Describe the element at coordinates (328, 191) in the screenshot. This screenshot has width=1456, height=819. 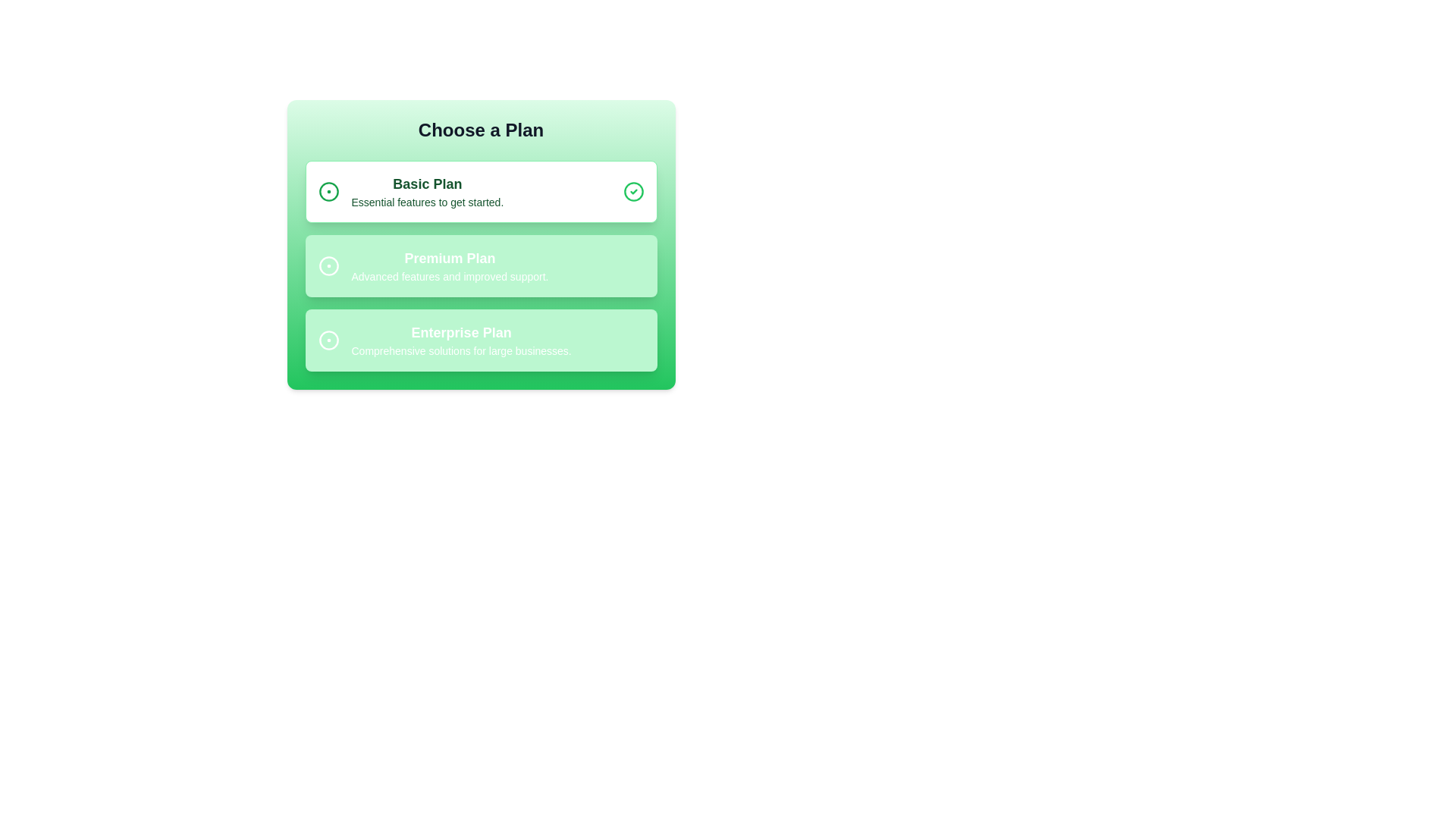
I see `the state of the larger concentric circle representing the selection for the 'Basic Plan' option in the 'Choose a Plan' section` at that location.